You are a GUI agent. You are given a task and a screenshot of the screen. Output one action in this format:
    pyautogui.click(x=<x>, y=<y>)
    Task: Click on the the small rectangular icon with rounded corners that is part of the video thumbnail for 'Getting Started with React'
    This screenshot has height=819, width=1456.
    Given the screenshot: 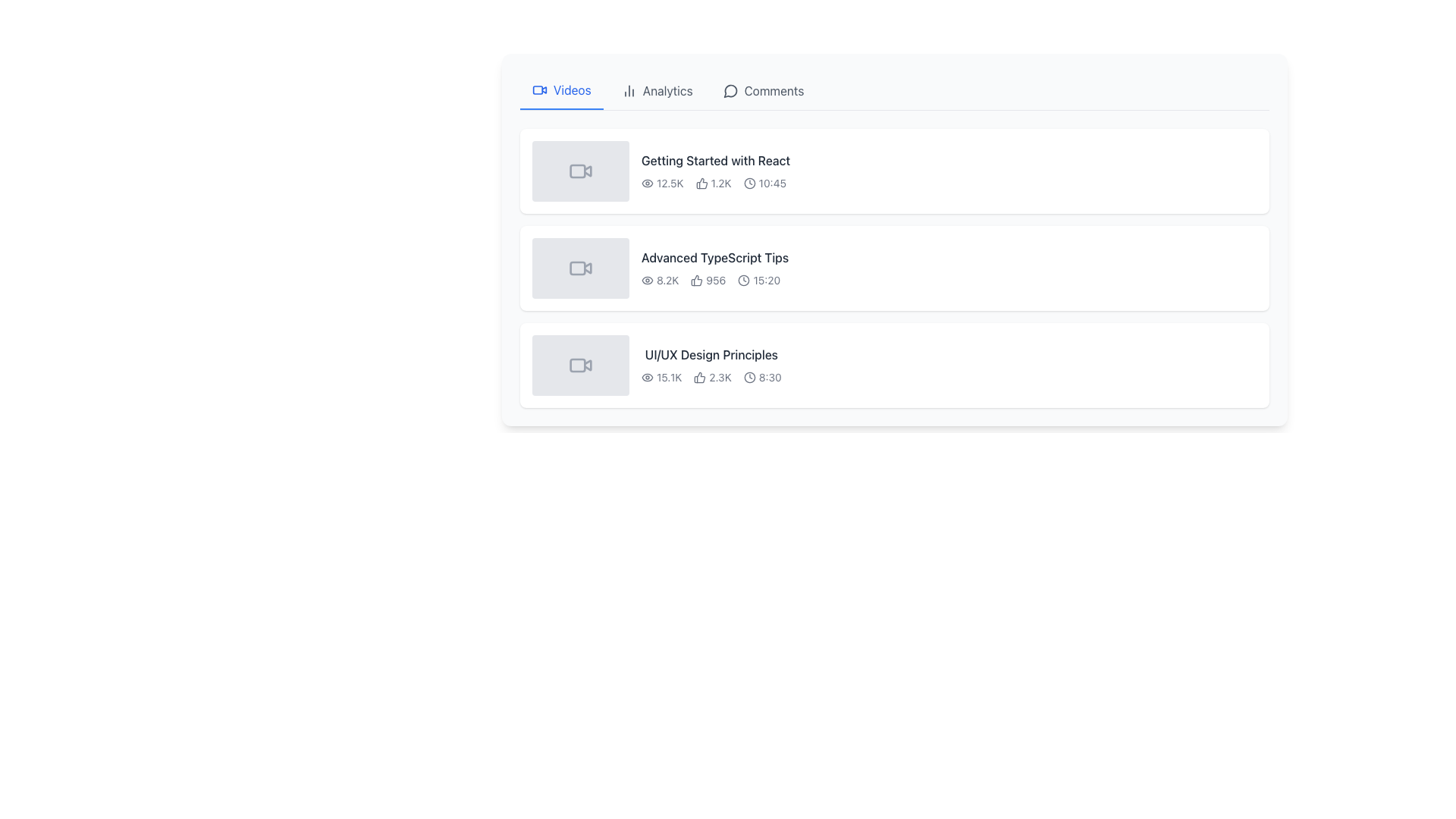 What is the action you would take?
    pyautogui.click(x=577, y=171)
    